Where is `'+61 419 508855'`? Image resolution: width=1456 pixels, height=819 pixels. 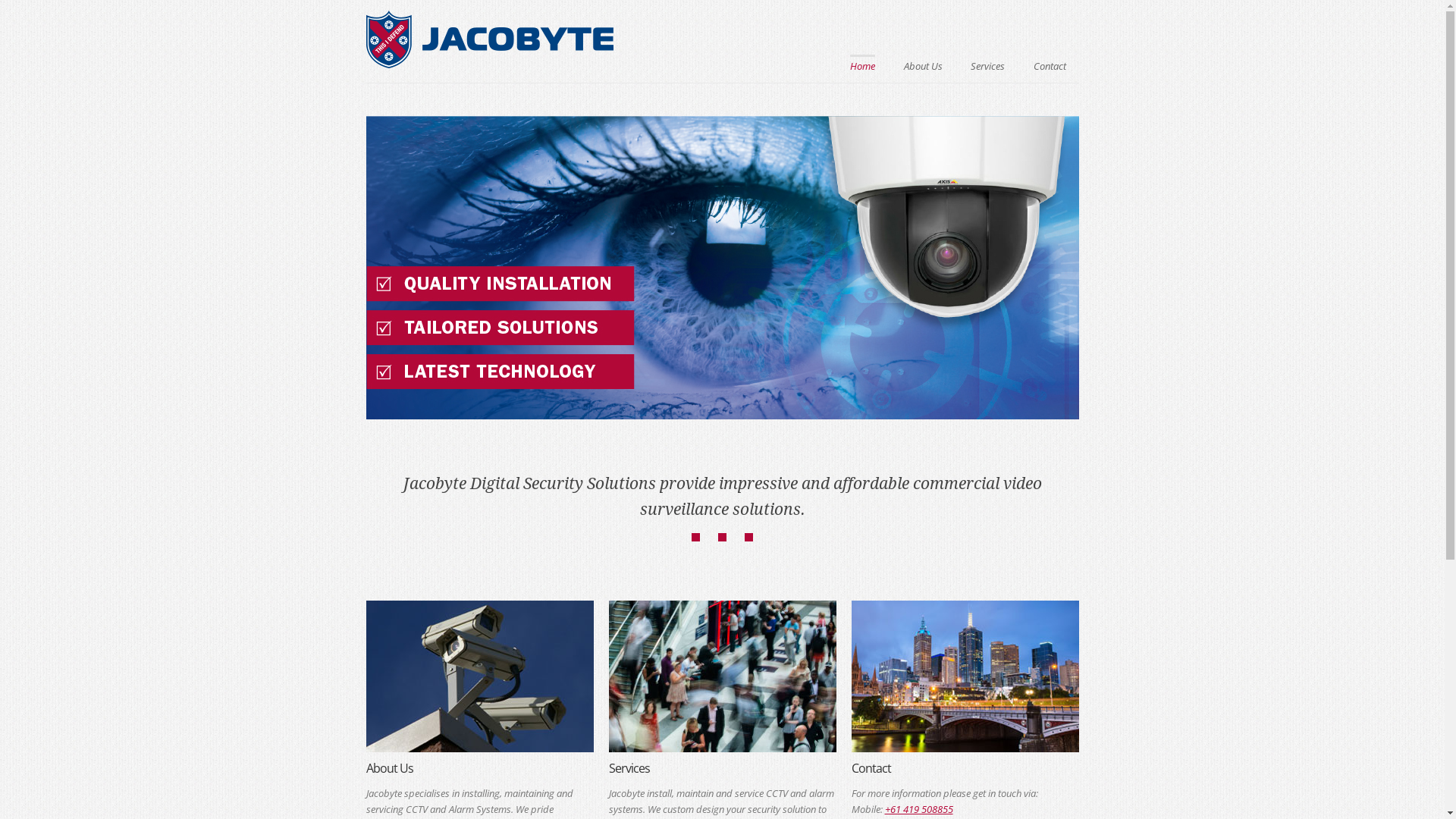 '+61 419 508855' is located at coordinates (884, 808).